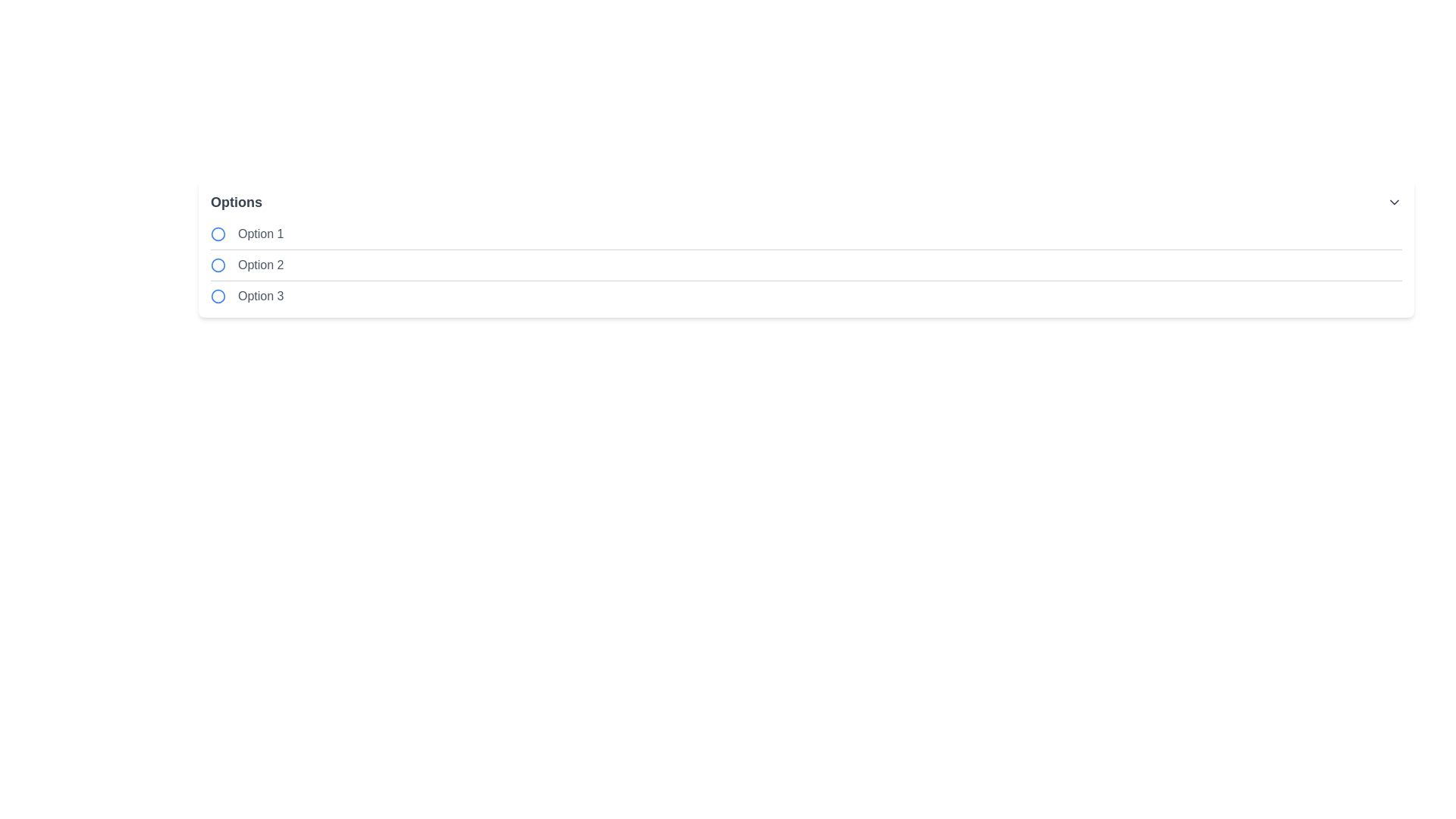 This screenshot has width=1456, height=819. I want to click on the circular radio button with a blue border, located to the left of the text 'Option 1', so click(218, 234).